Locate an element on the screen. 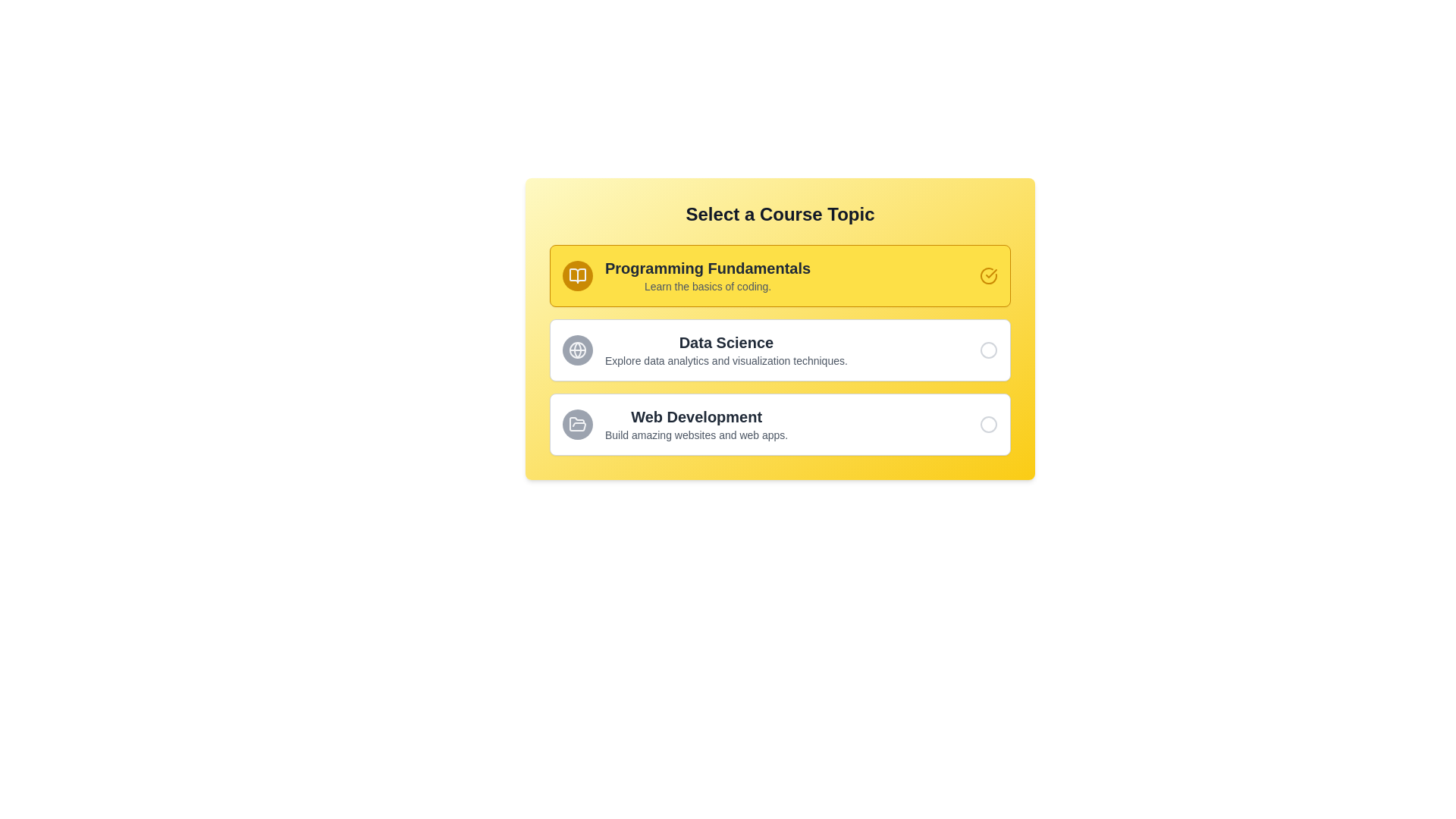 This screenshot has width=1456, height=819. the text describing the 'Web Development' course, located within the third option of the course topic selection interface is located at coordinates (695, 435).